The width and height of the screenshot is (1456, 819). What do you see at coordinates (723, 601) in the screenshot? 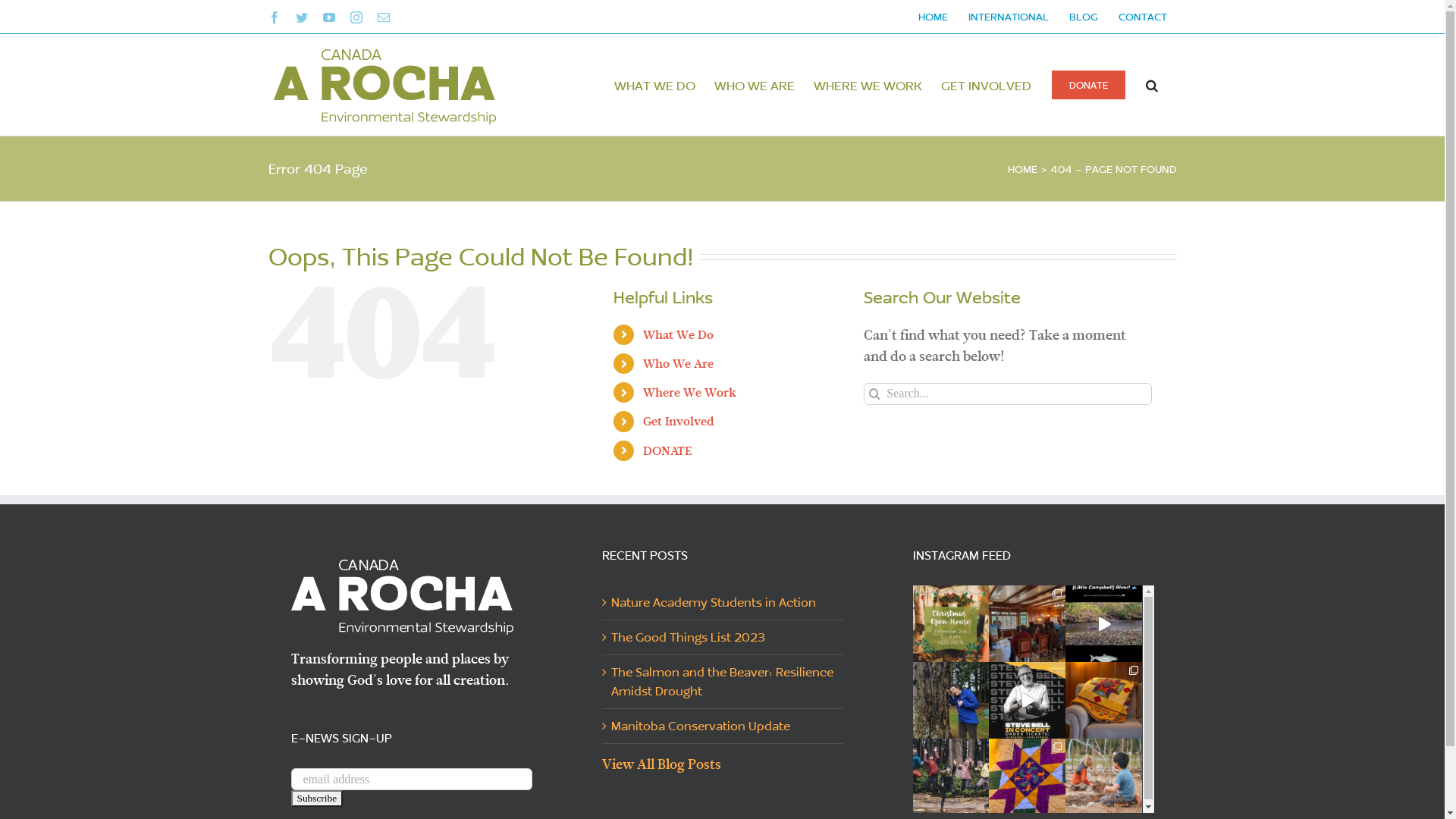
I see `'Nature Academy Students in Action'` at bounding box center [723, 601].